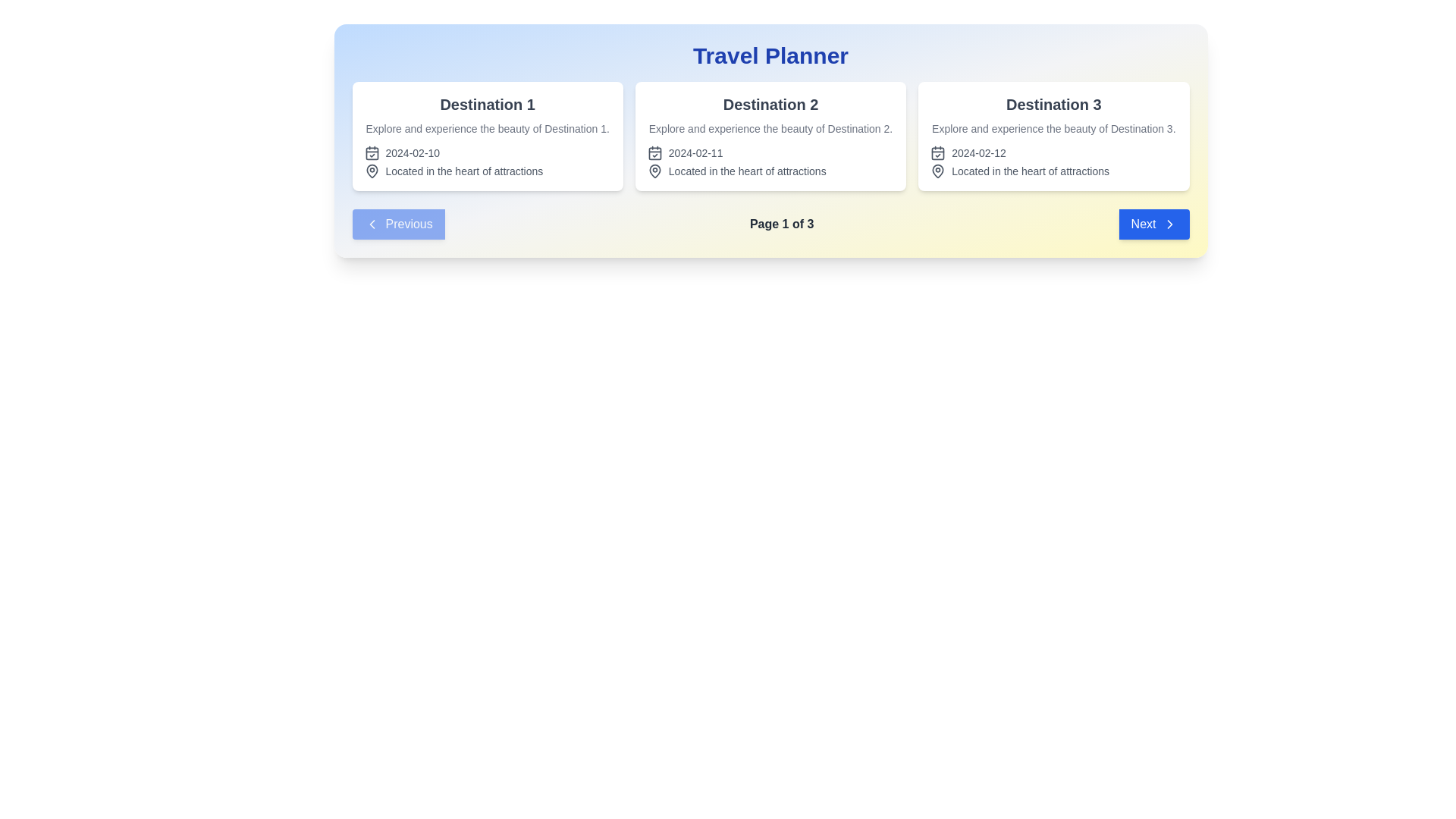  I want to click on the calendar-check icon located to the left of the 'Destination 3' section's header area, alongside the date '2024-02-12', so click(937, 153).